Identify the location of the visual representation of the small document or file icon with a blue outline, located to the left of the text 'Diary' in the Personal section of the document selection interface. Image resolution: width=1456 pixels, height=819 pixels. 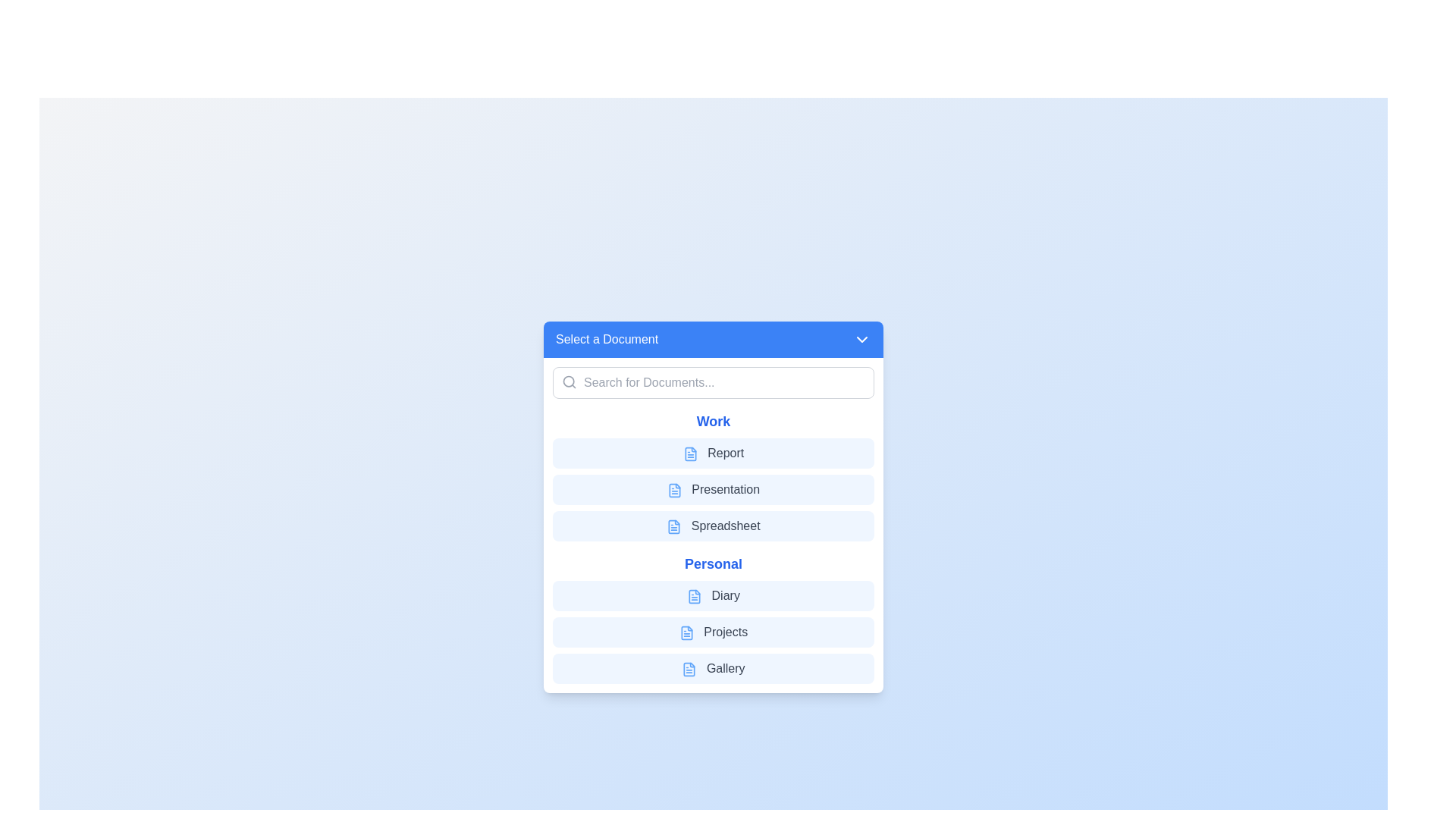
(694, 595).